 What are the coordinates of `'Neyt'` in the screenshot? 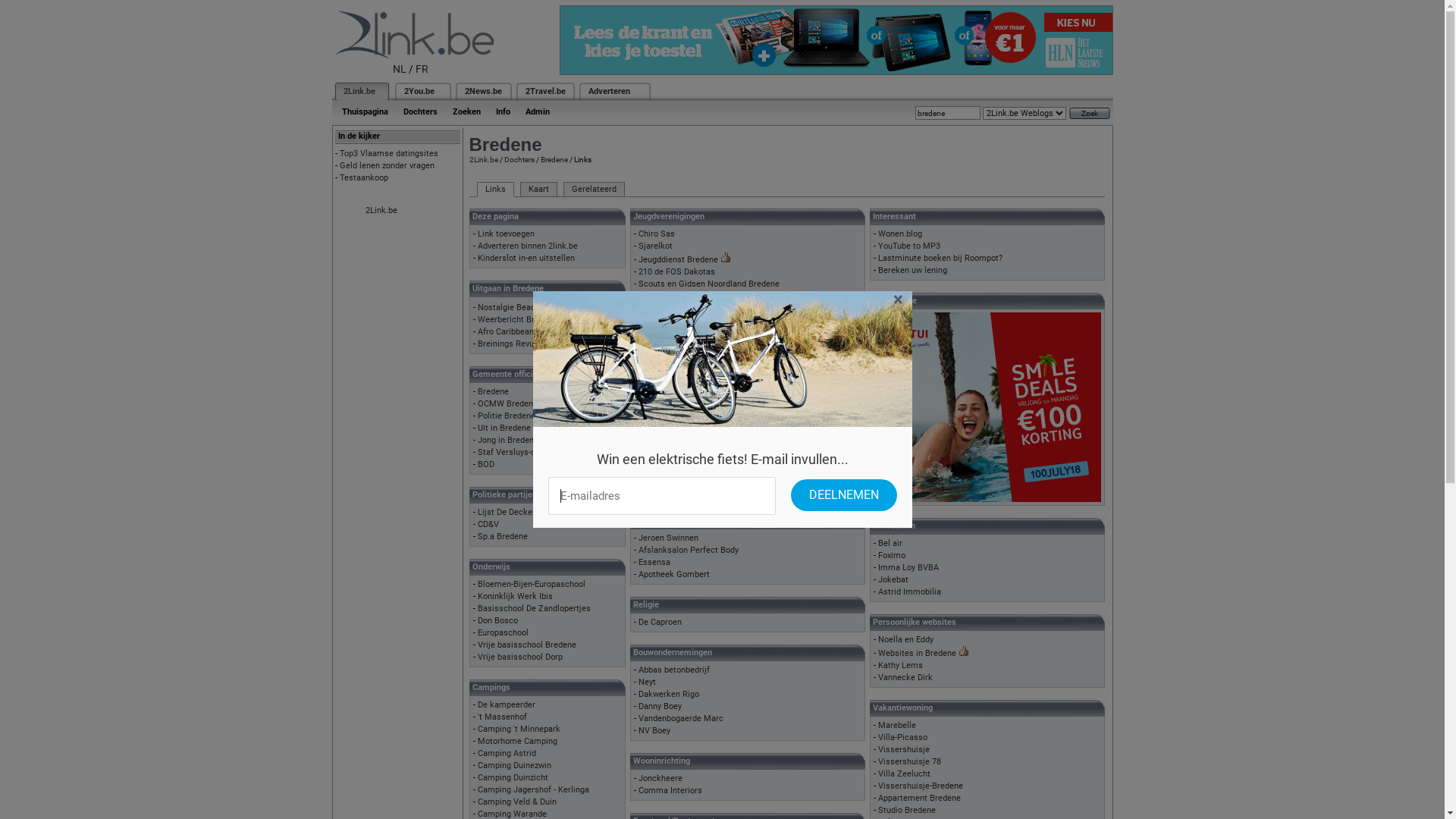 It's located at (638, 681).